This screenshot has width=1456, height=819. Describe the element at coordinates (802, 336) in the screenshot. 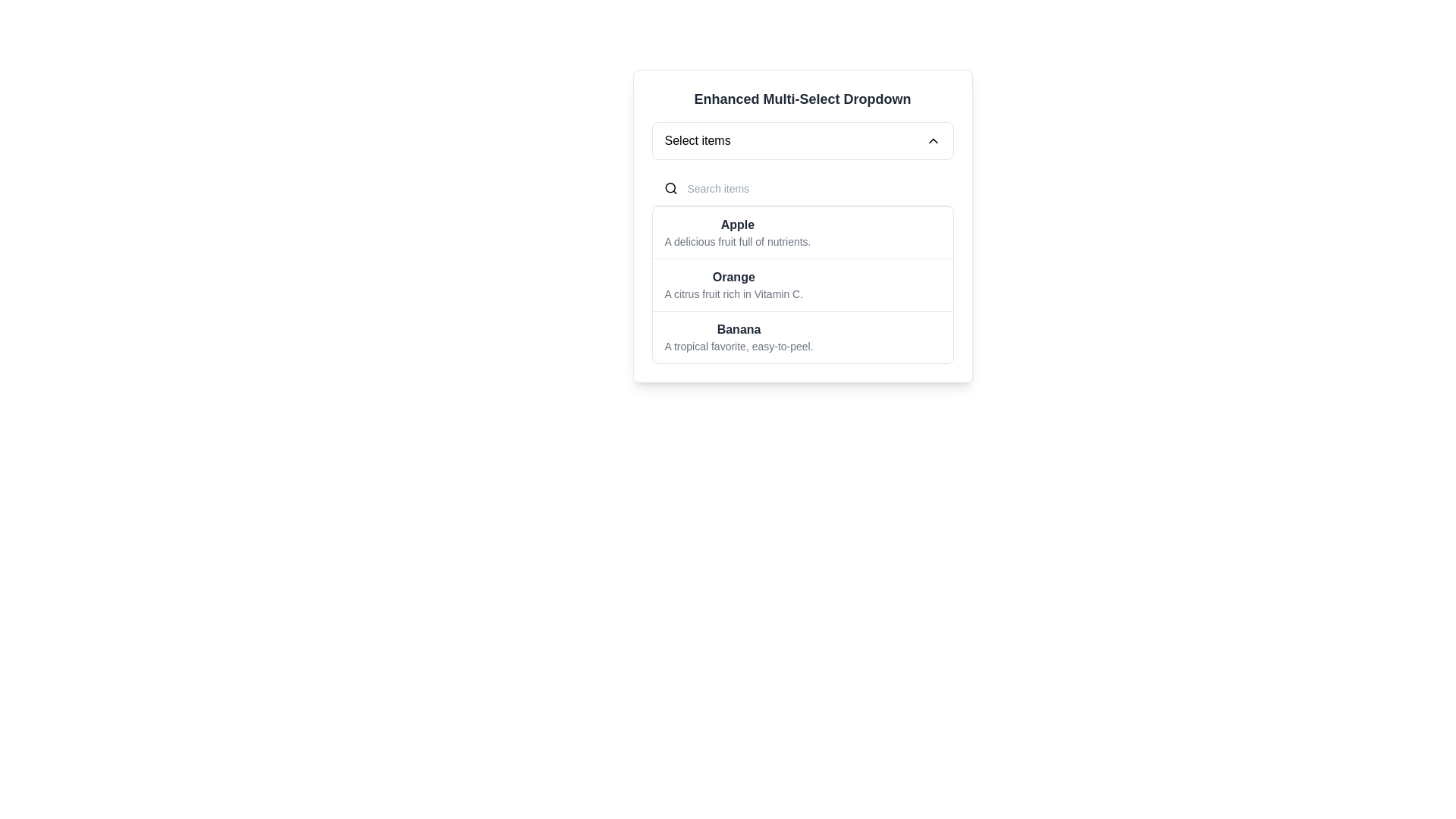

I see `to select the 'Banana' option from the dropdown menu, which is the third item in the list below 'Apple' and 'Orange'` at that location.